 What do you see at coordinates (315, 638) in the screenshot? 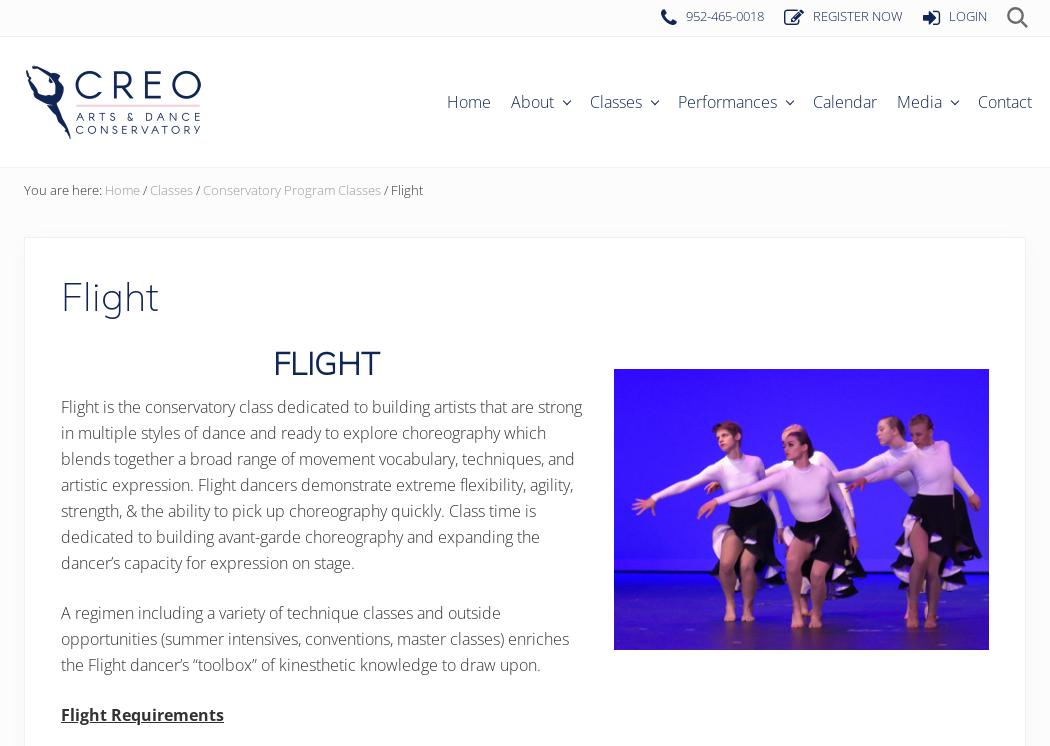
I see `'A regimen including a variety of technique classes and outside opportunities (summer intensives, conventions, master classes) enriches the Flight dancer’s “toolbox” of kinesthetic knowledge to draw upon.'` at bounding box center [315, 638].